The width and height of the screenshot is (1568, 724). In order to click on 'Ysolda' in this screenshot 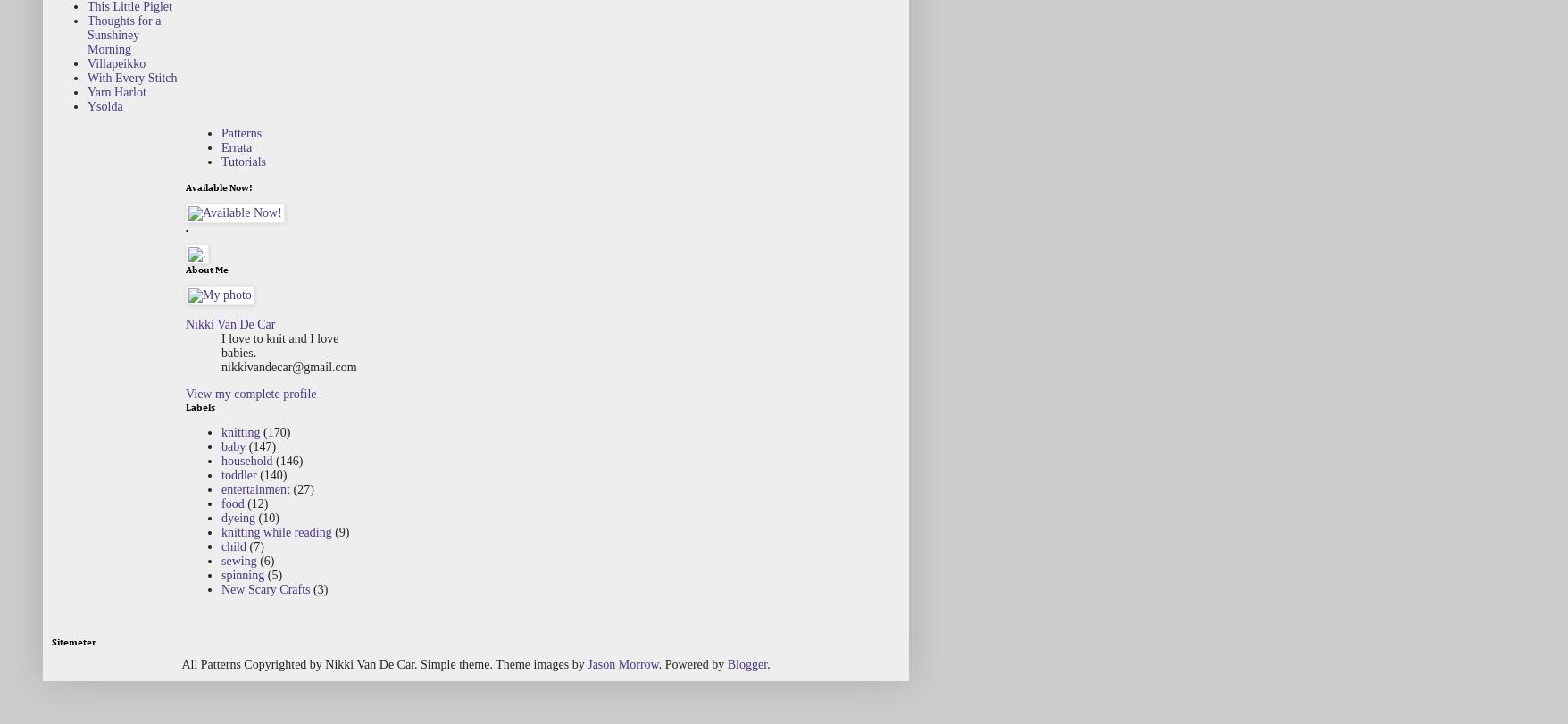, I will do `click(104, 105)`.